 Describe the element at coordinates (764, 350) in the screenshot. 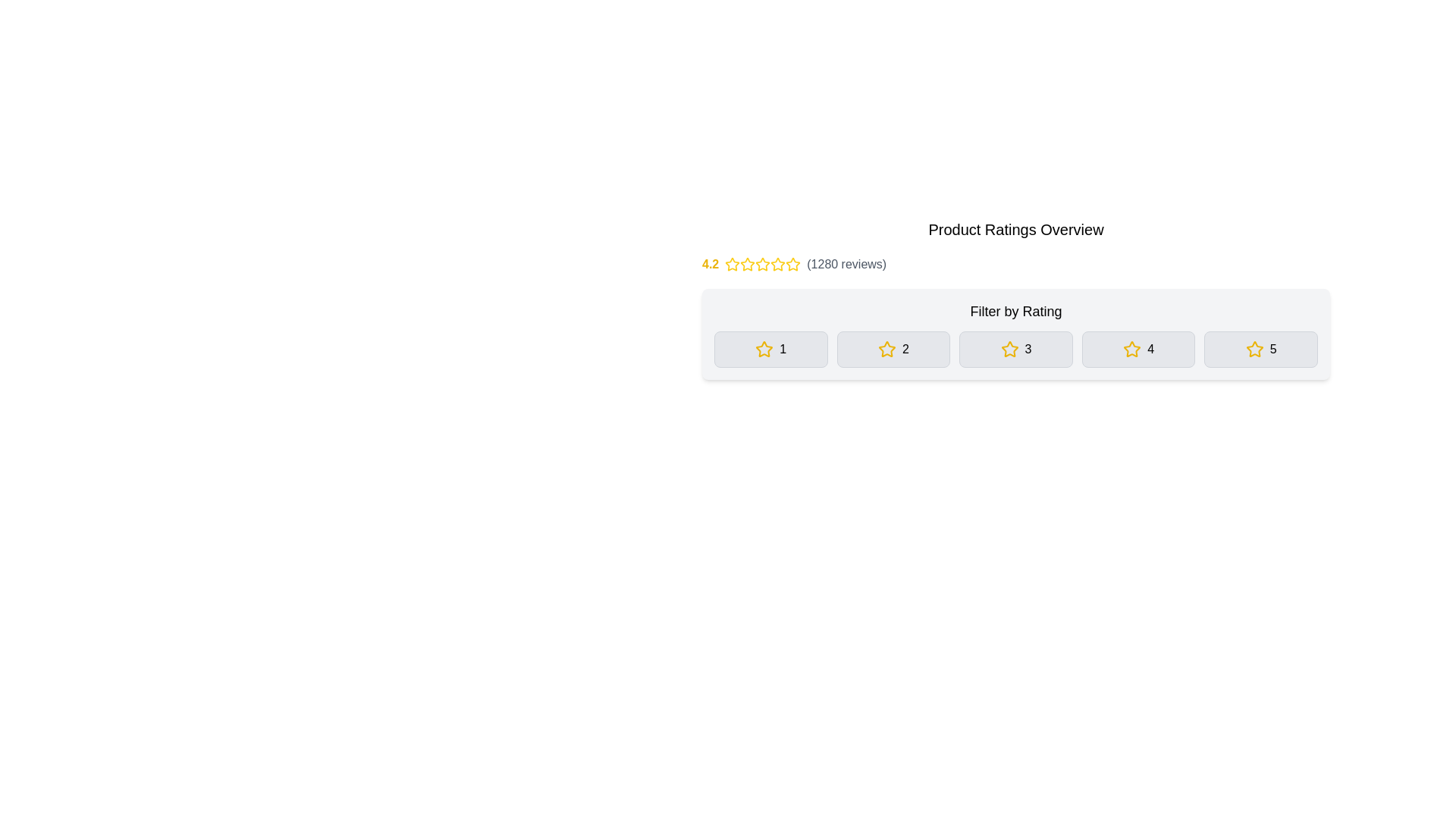

I see `the first star icon representing a rating level of '1', located next to the text '1' in the UI` at that location.